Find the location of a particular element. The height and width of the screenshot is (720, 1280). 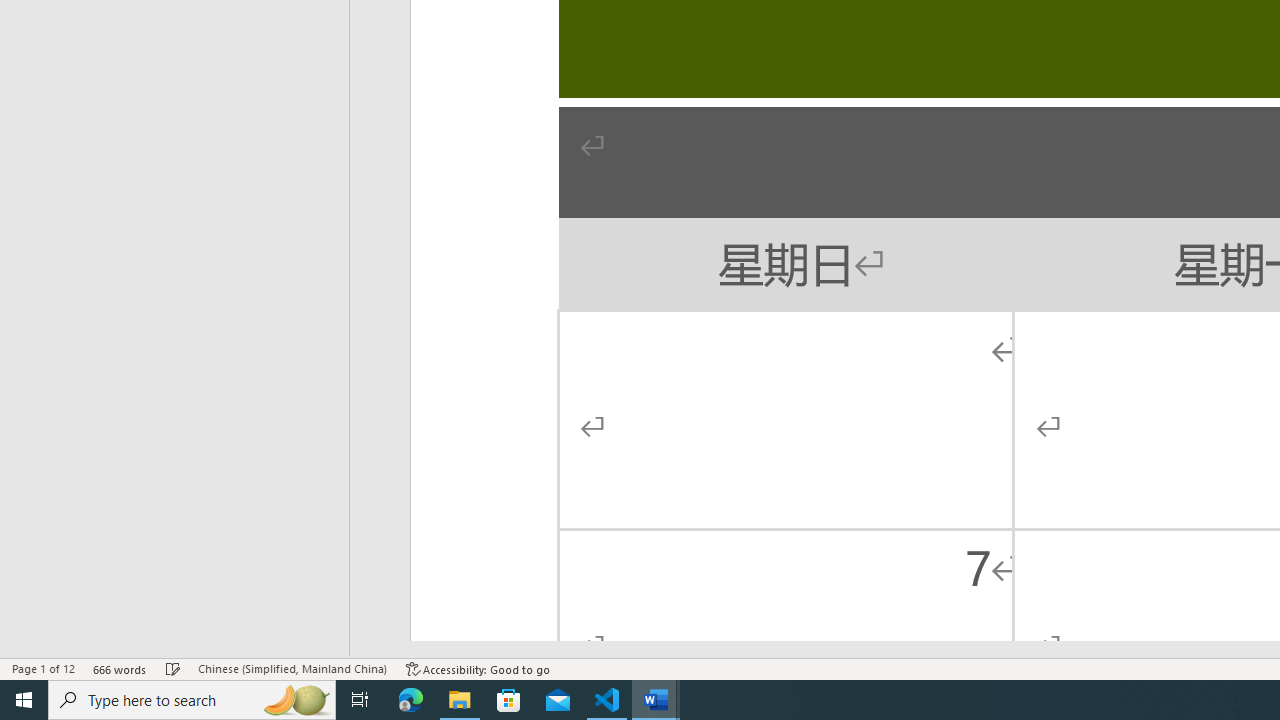

'Word Count 666 words' is located at coordinates (119, 669).